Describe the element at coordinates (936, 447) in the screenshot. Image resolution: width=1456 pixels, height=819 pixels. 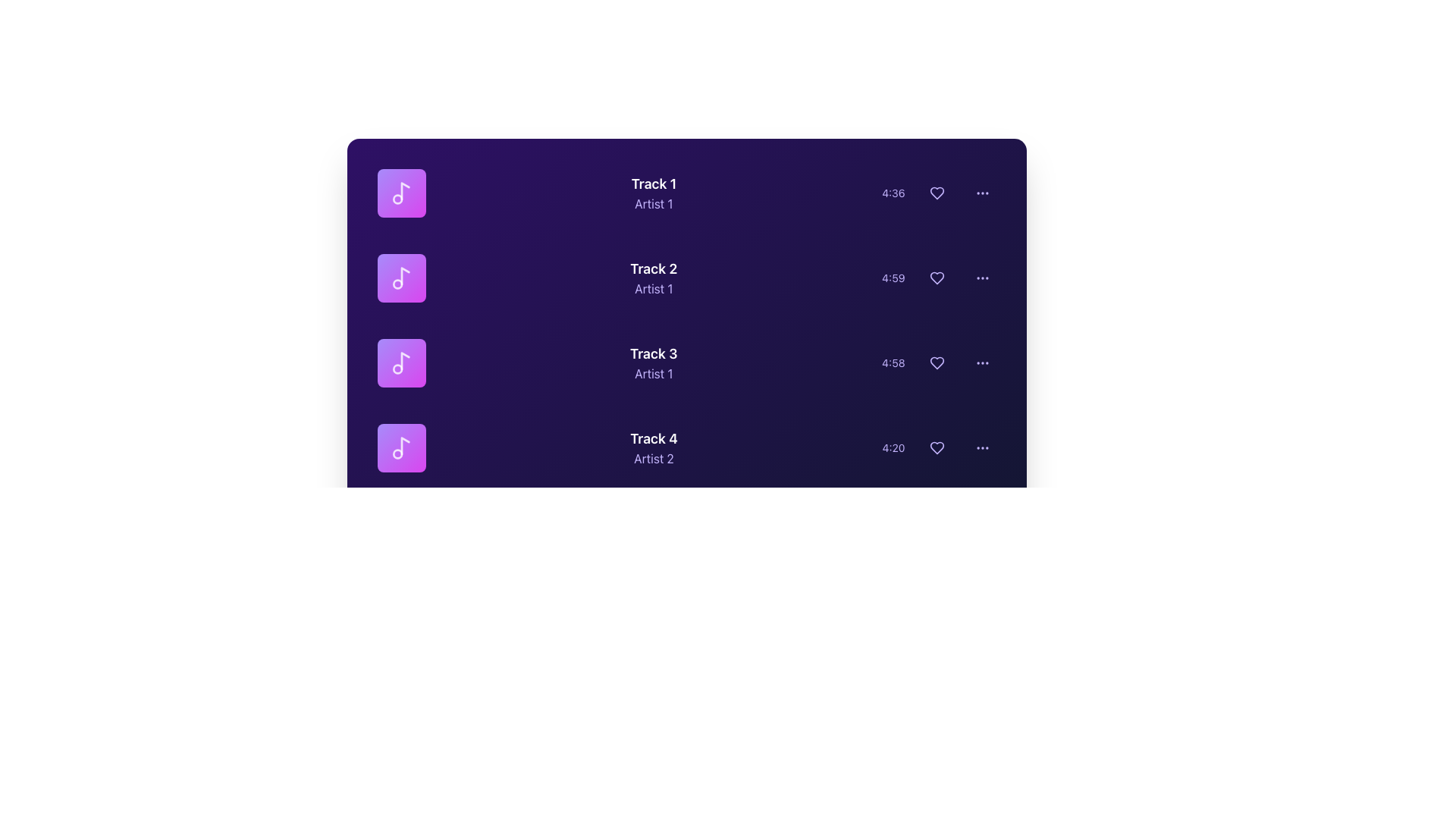
I see `the favorite button for Track 4, located at the far right of the Track 4 entry` at that location.